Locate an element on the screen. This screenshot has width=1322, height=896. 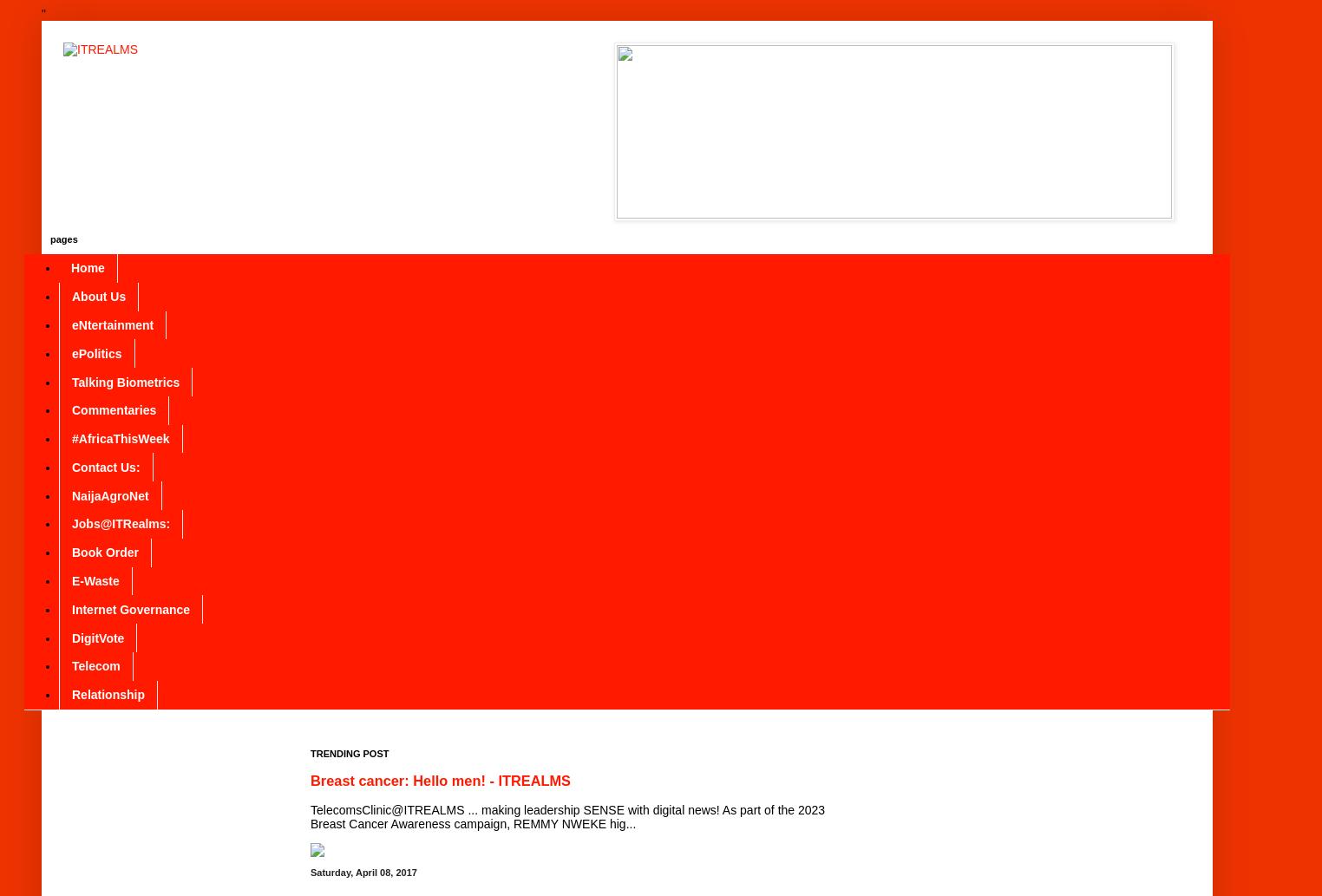
'Talking Biometrics' is located at coordinates (124, 381).